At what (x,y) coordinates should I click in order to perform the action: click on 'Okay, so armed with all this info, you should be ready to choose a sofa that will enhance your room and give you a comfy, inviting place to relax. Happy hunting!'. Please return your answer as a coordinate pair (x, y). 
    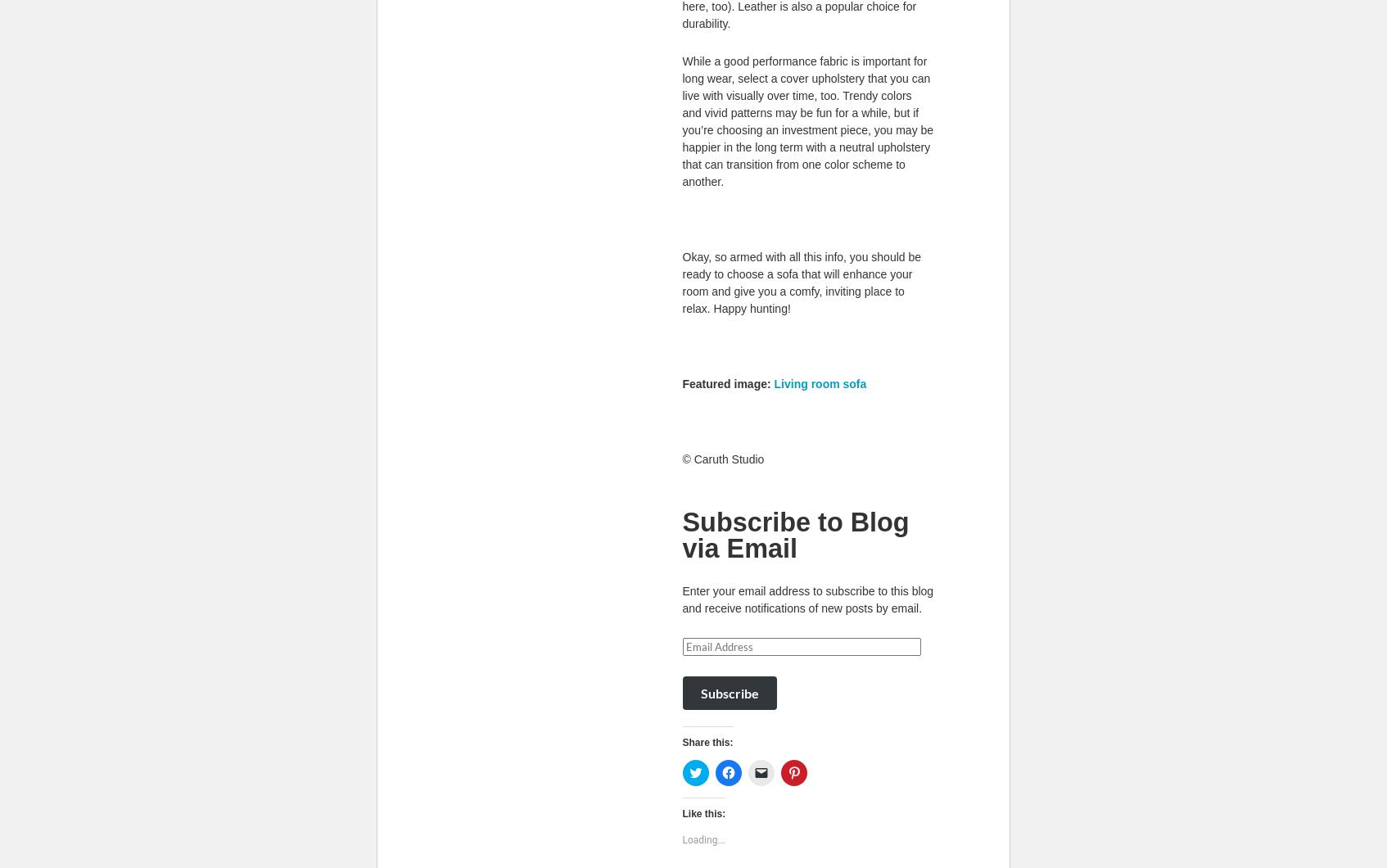
    Looking at the image, I should click on (800, 282).